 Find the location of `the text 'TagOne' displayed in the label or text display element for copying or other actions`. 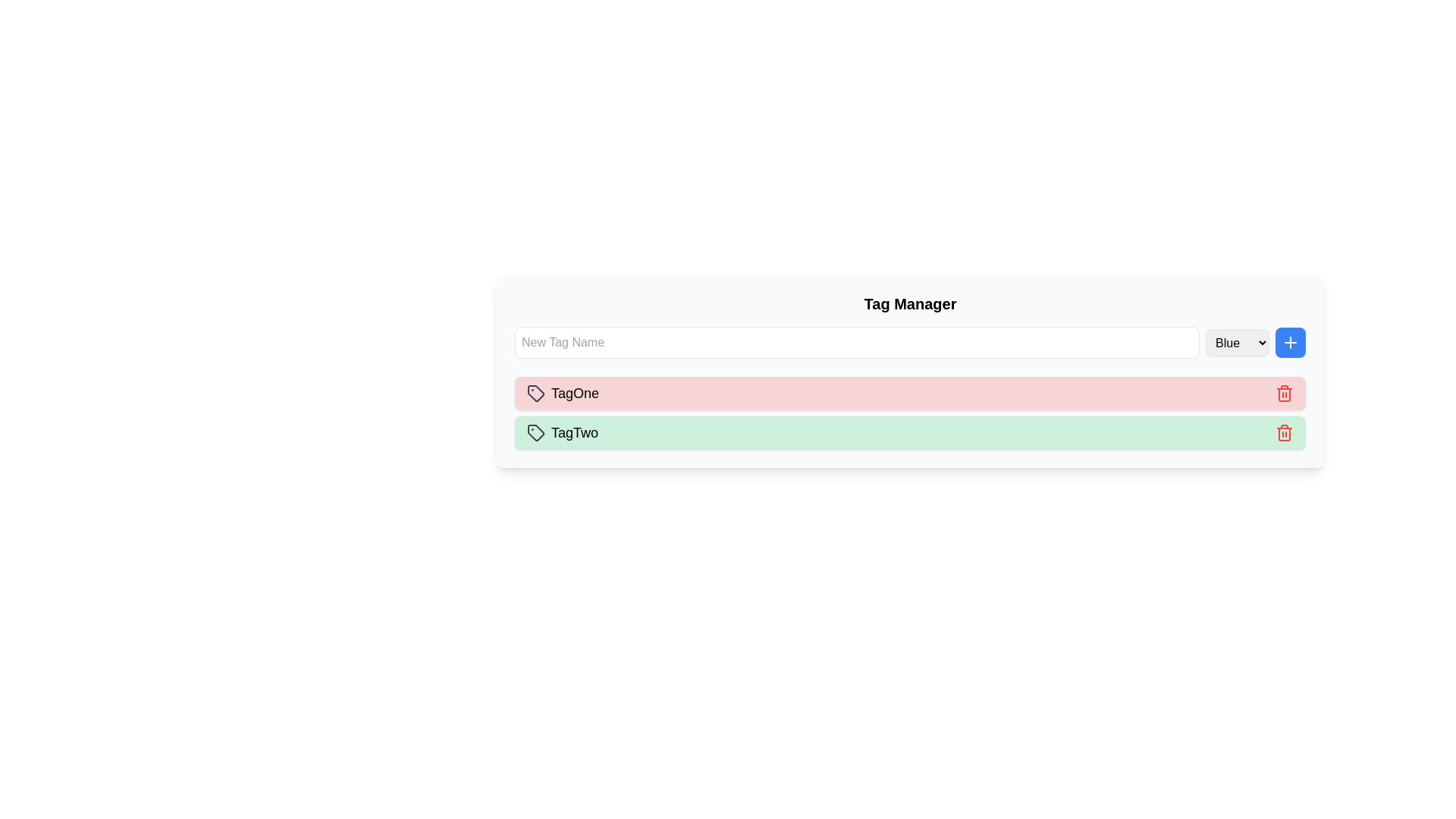

the text 'TagOne' displayed in the label or text display element for copying or other actions is located at coordinates (574, 393).